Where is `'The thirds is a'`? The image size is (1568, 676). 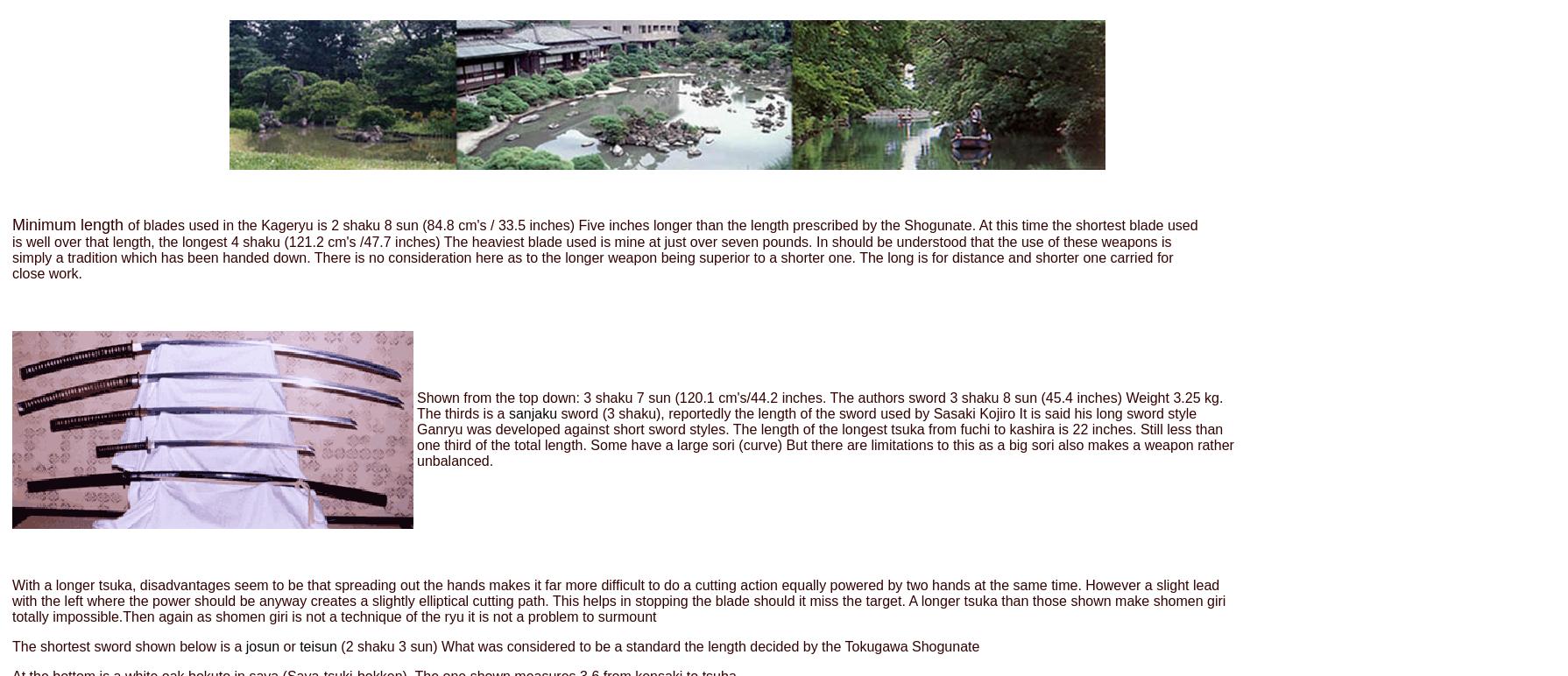 'The thirds is a' is located at coordinates (462, 412).